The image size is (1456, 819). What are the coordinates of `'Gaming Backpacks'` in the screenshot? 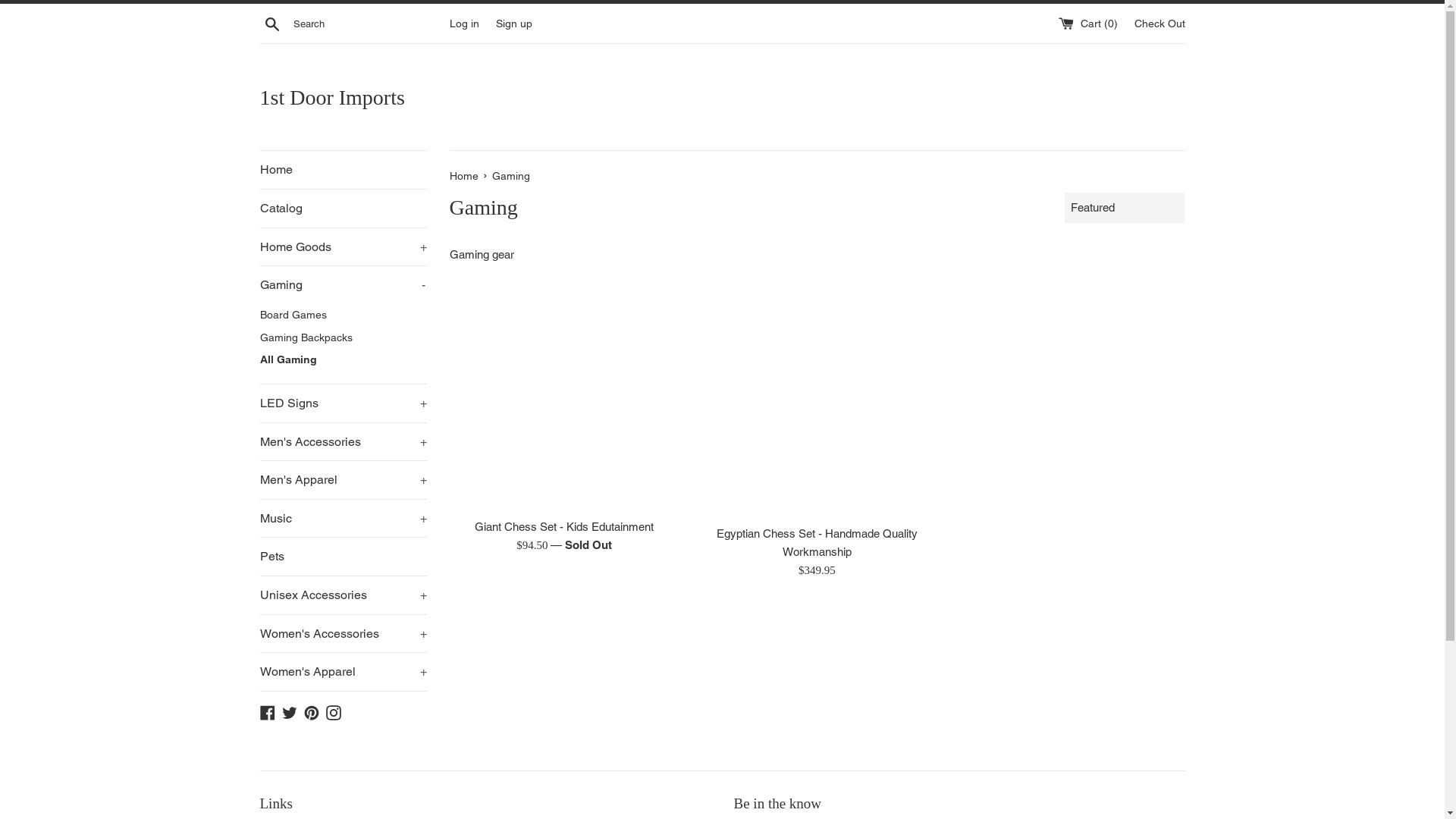 It's located at (341, 337).